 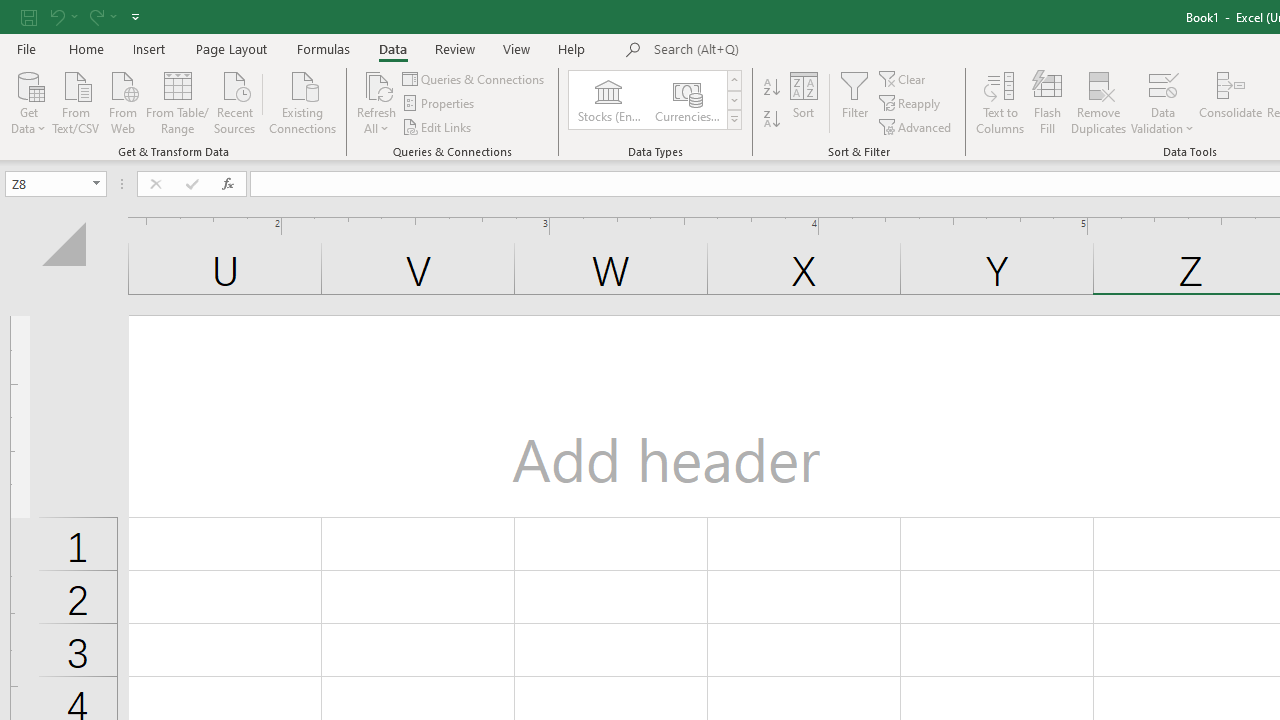 What do you see at coordinates (733, 119) in the screenshot?
I see `'Class: NetUIImage'` at bounding box center [733, 119].